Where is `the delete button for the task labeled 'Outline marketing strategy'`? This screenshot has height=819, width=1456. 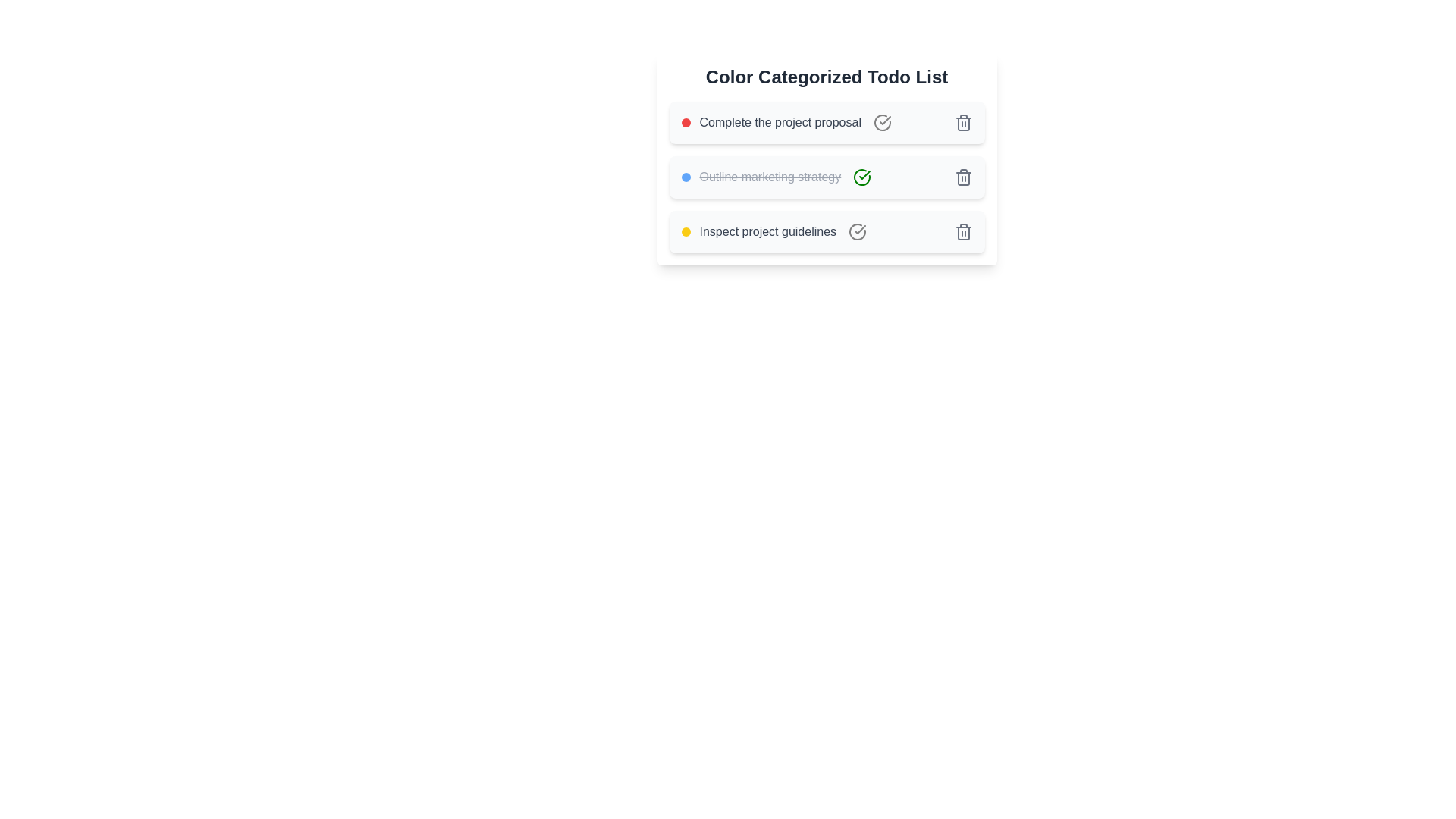 the delete button for the task labeled 'Outline marketing strategy' is located at coordinates (962, 177).